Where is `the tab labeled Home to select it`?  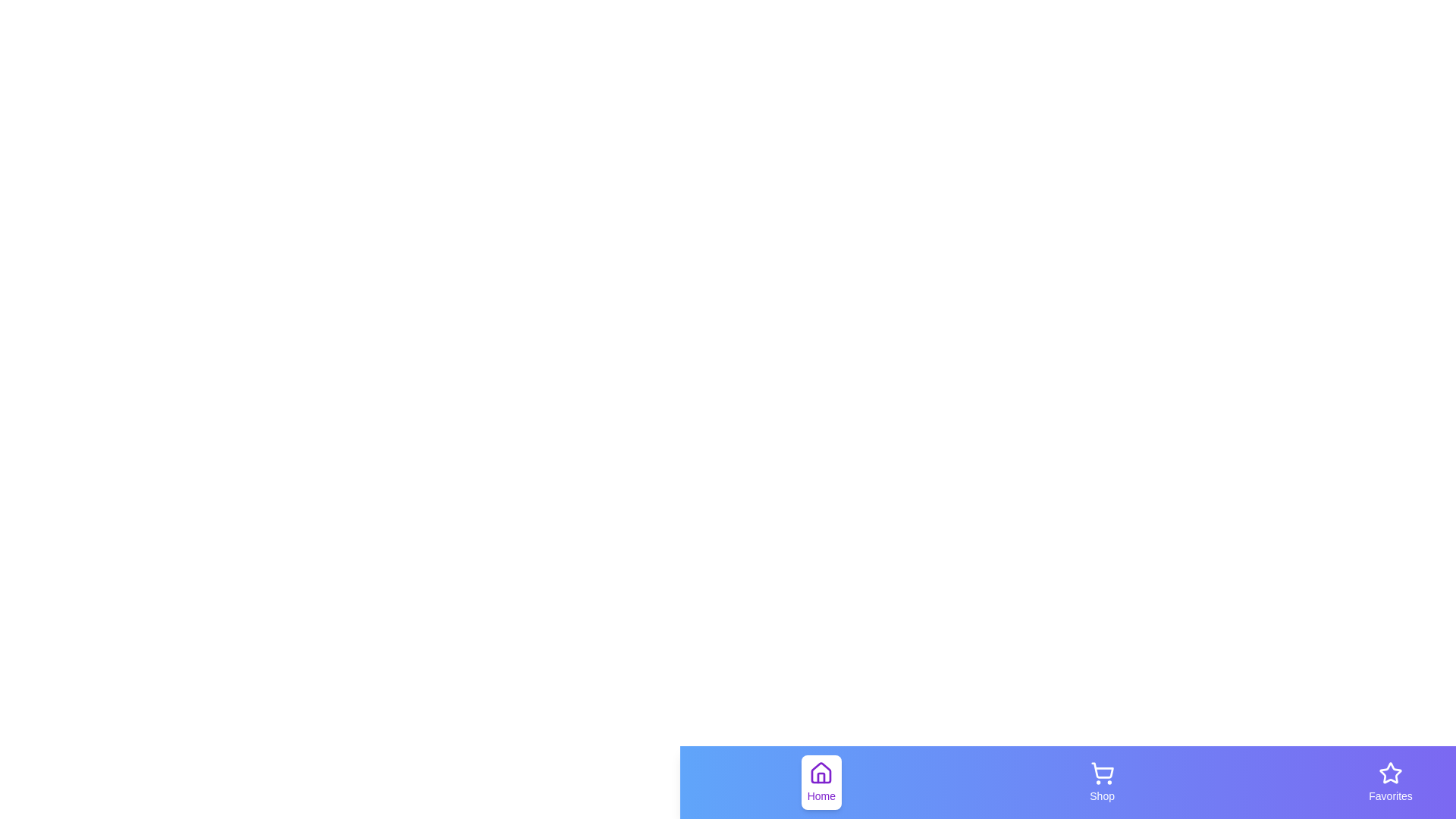 the tab labeled Home to select it is located at coordinates (821, 783).